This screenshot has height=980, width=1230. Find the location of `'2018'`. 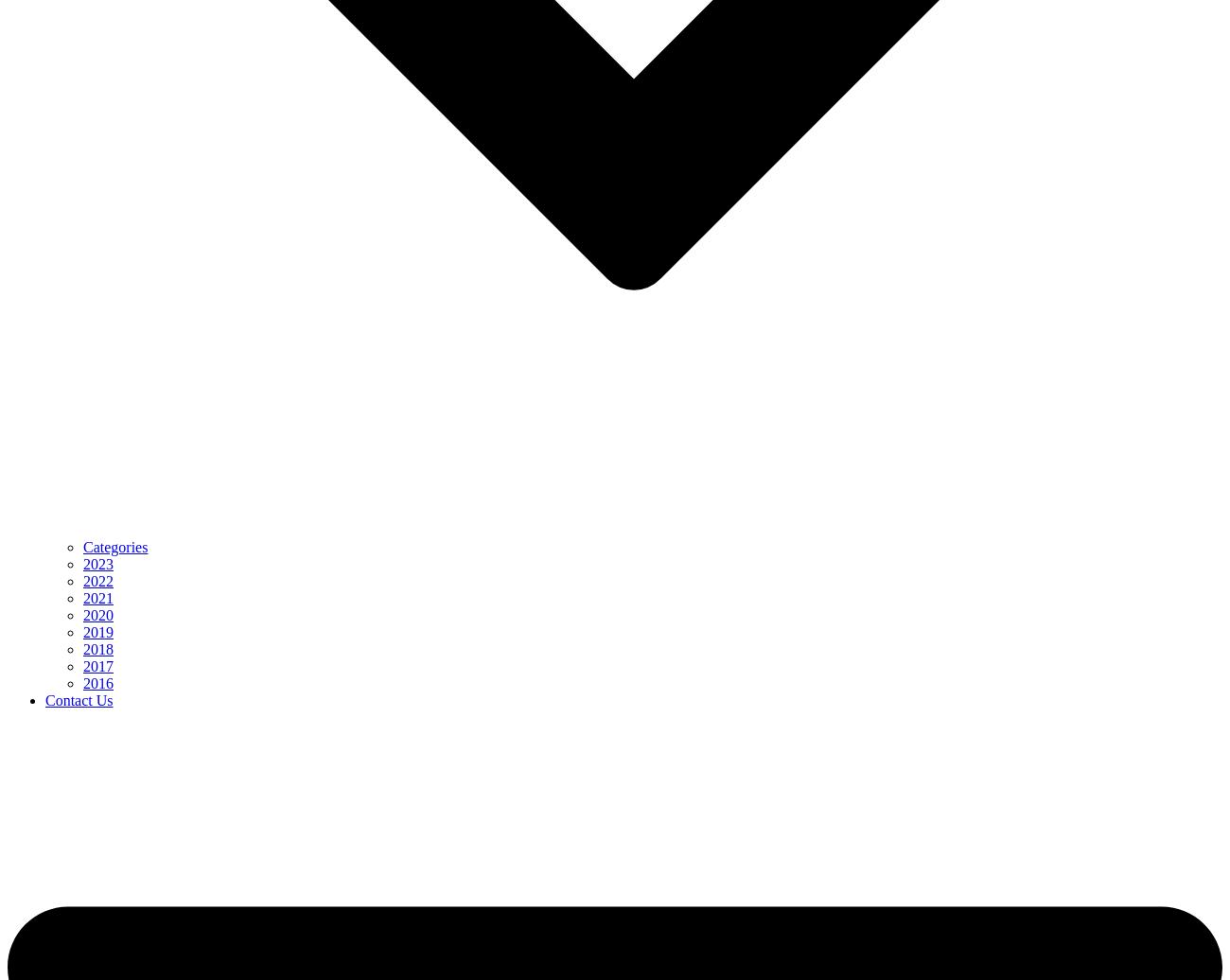

'2018' is located at coordinates (83, 649).